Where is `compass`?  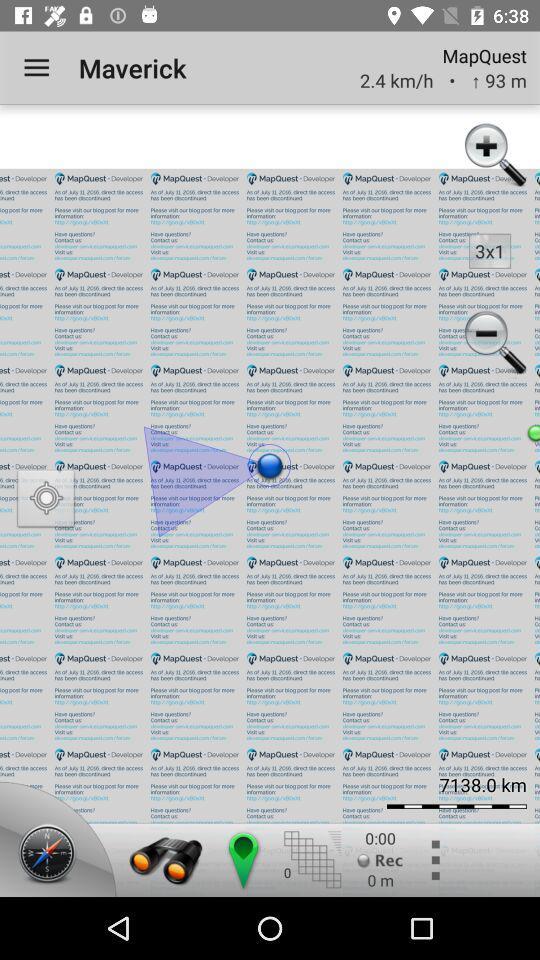
compass is located at coordinates (51, 853).